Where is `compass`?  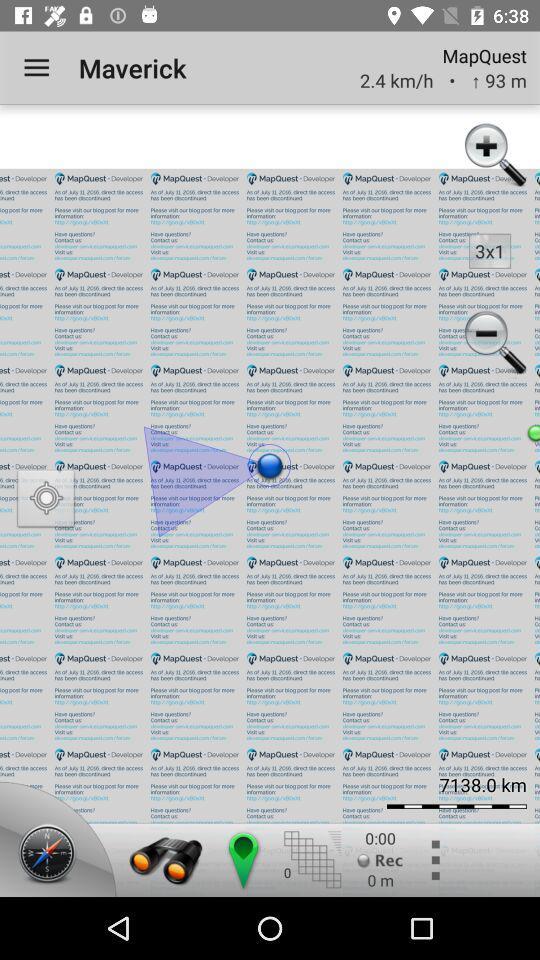
compass is located at coordinates (51, 853).